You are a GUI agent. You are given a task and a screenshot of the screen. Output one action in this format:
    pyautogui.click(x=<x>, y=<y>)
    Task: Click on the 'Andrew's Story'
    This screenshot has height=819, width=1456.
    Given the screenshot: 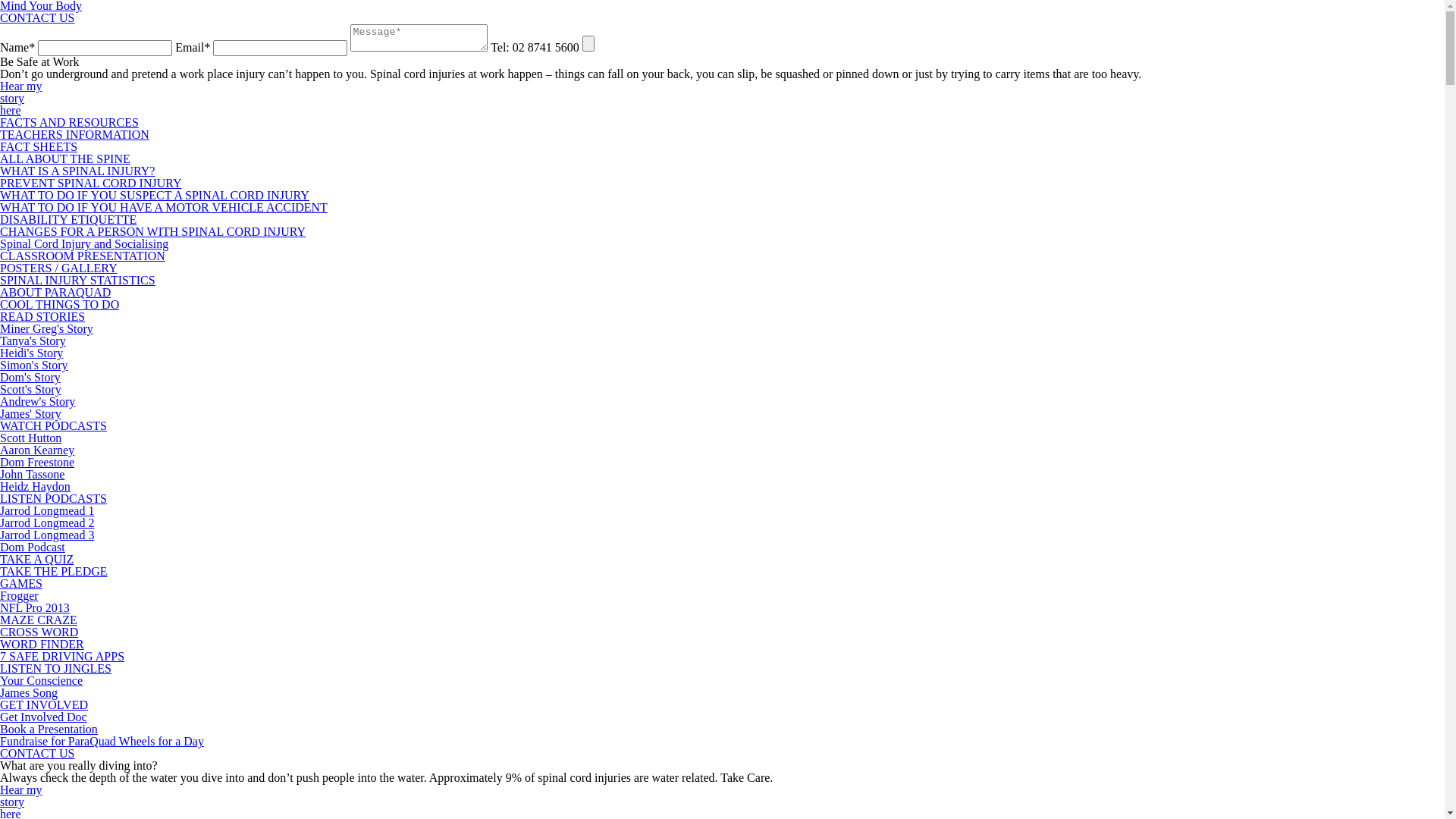 What is the action you would take?
    pyautogui.click(x=0, y=400)
    